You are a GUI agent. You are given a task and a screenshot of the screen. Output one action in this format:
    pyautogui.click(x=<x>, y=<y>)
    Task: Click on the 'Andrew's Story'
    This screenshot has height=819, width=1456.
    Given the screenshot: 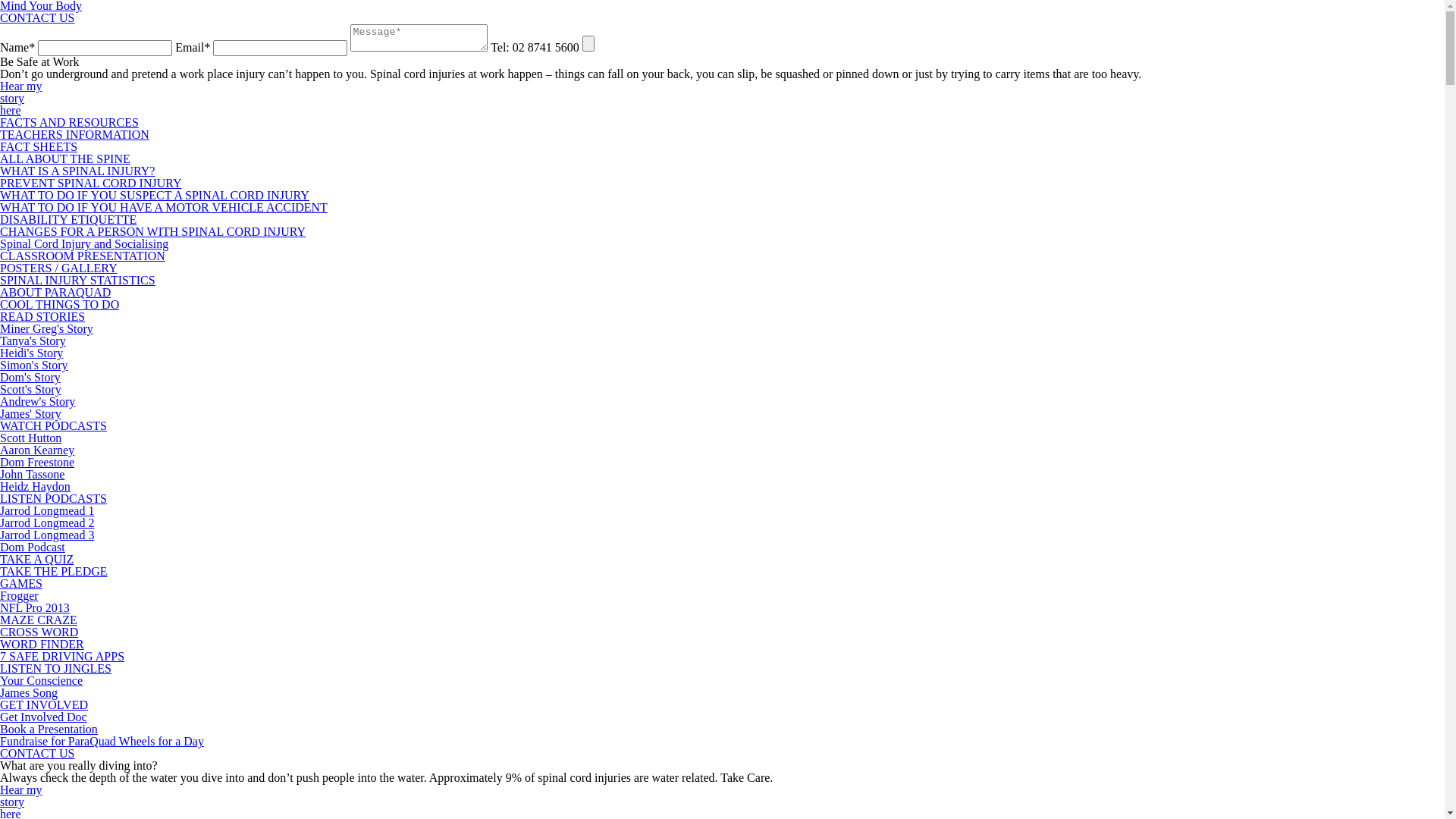 What is the action you would take?
    pyautogui.click(x=0, y=400)
    